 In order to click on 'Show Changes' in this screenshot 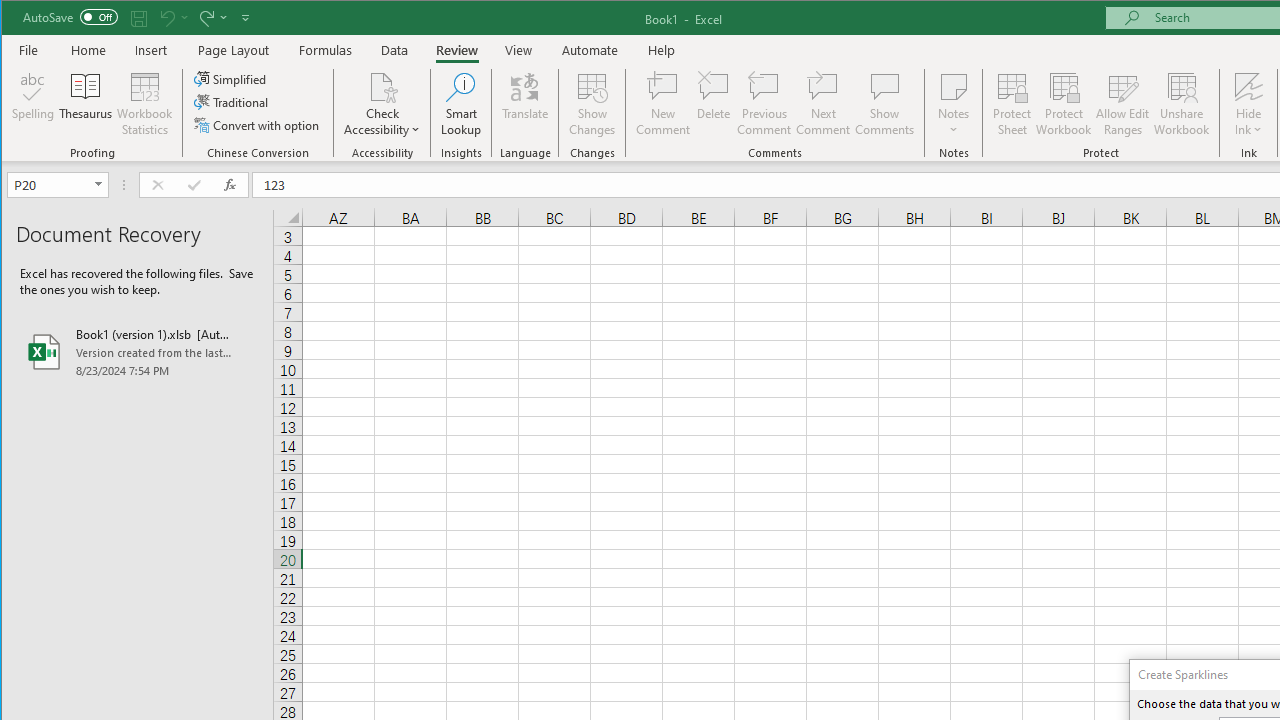, I will do `click(591, 104)`.